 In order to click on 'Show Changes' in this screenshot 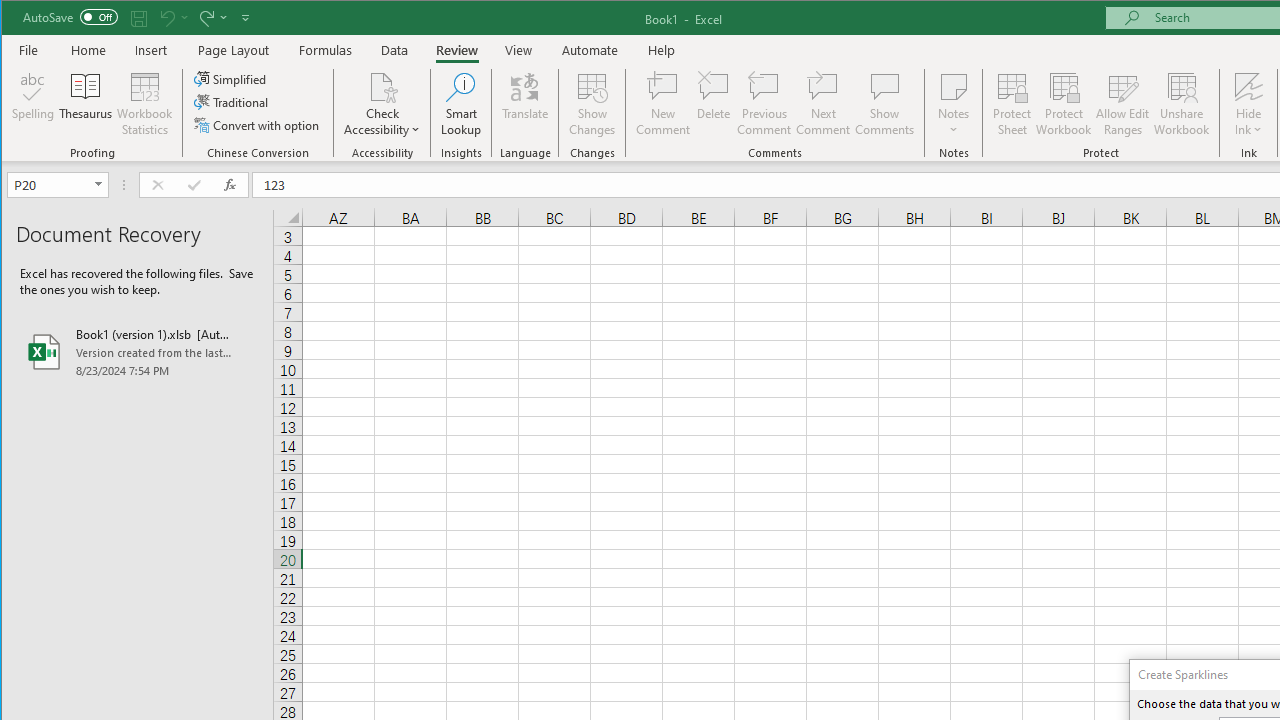, I will do `click(591, 104)`.